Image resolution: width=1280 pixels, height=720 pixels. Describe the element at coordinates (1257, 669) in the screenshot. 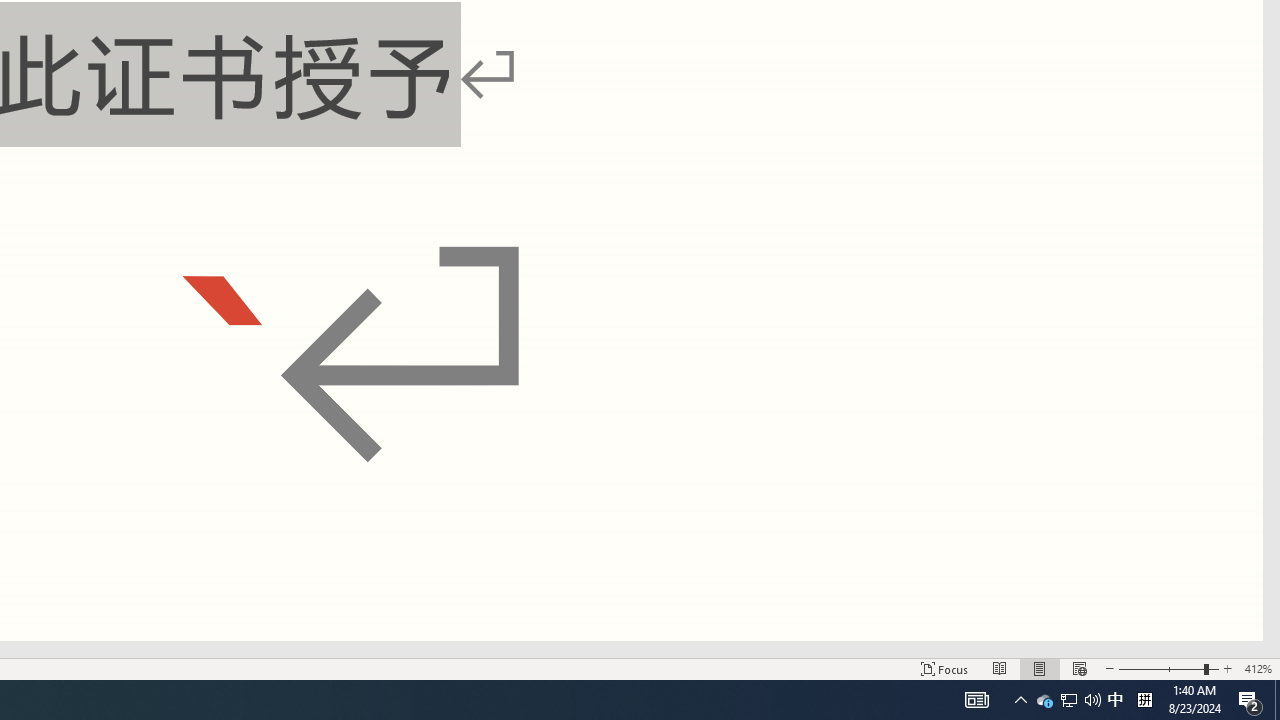

I see `'Zoom 412%'` at that location.